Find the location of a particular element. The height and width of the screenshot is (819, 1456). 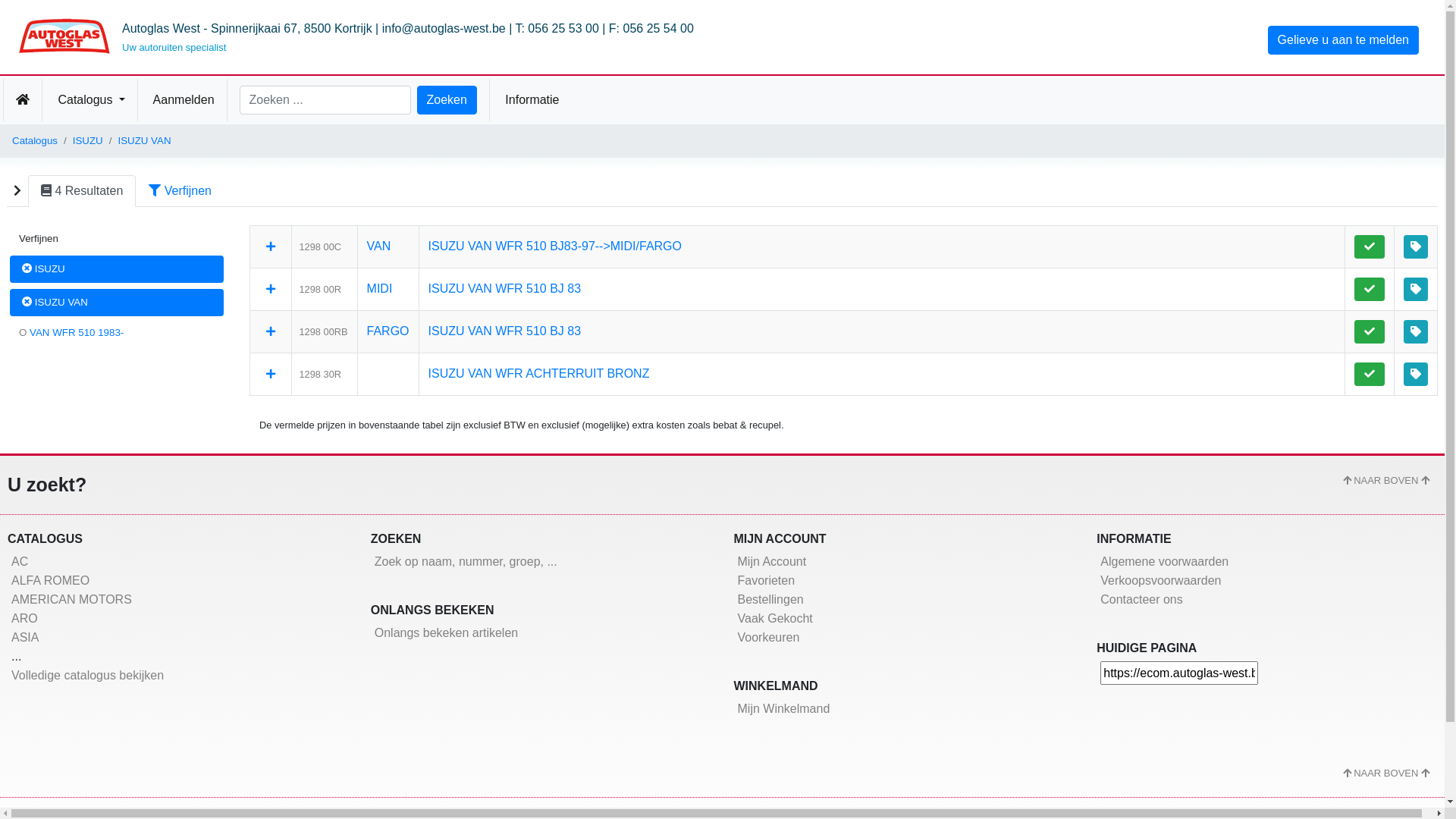

' Informatie' is located at coordinates (531, 99).